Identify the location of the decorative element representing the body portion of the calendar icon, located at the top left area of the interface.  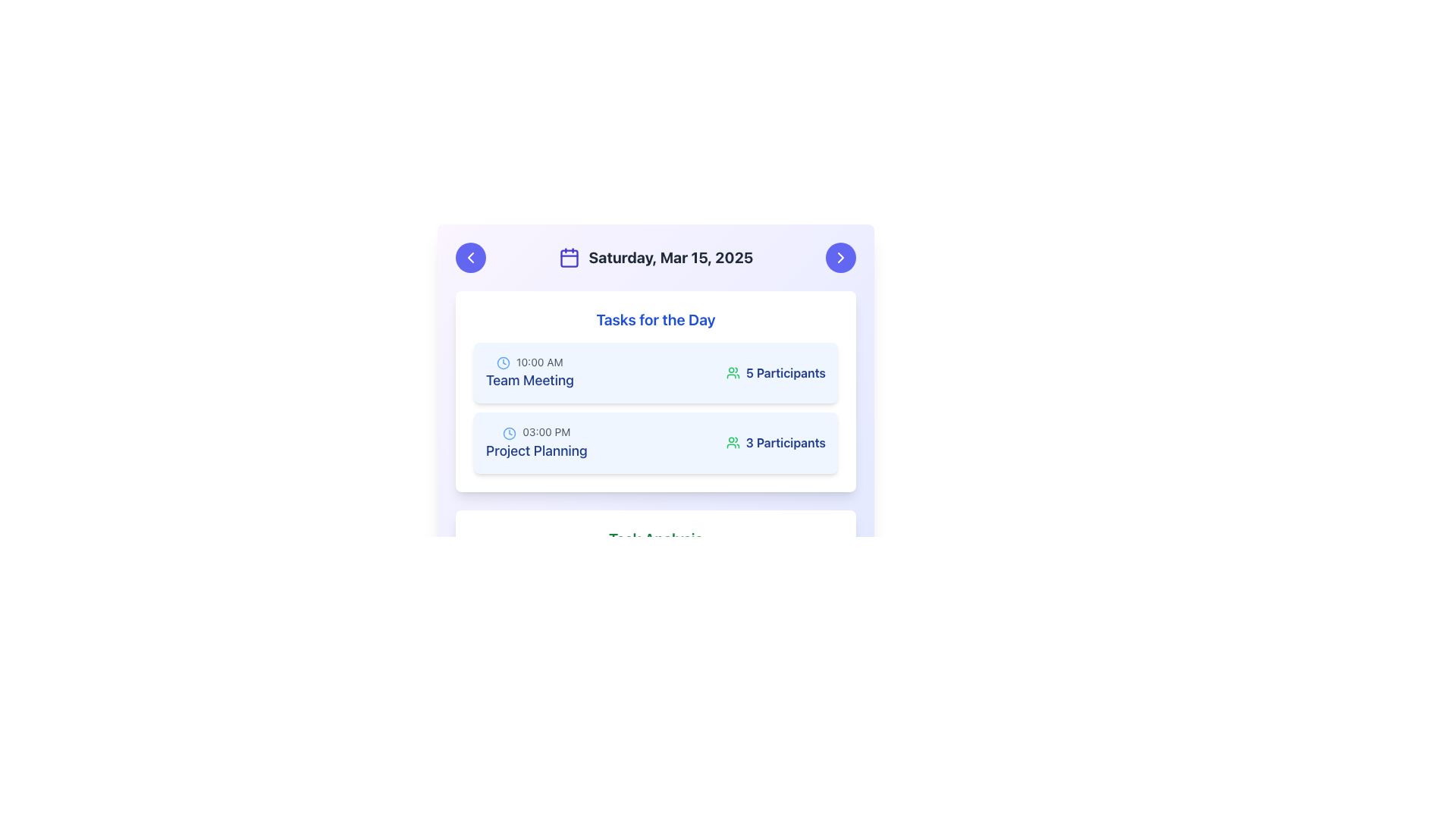
(568, 258).